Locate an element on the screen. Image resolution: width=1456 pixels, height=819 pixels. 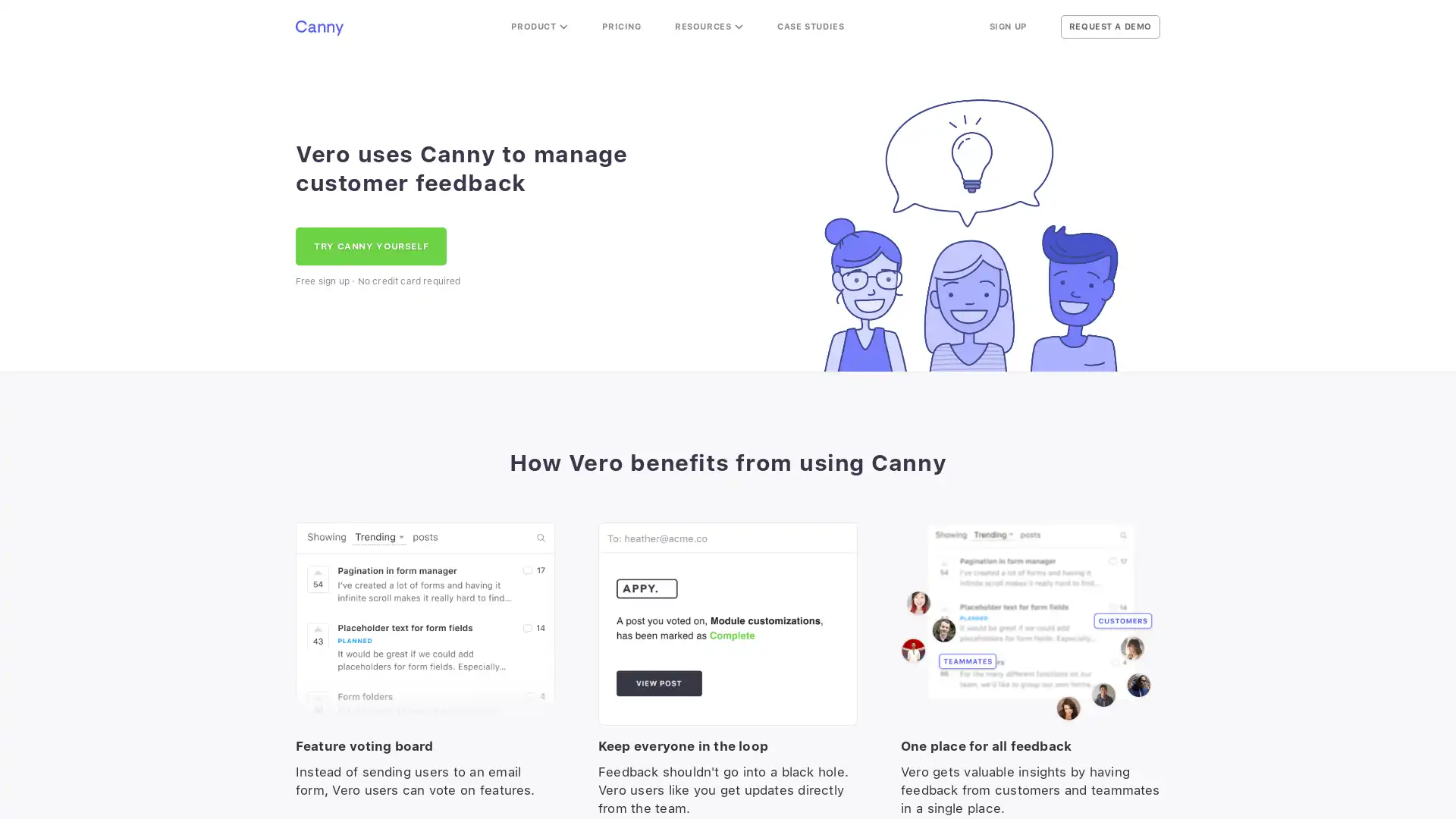
TRY CANNY YOURSELF is located at coordinates (371, 245).